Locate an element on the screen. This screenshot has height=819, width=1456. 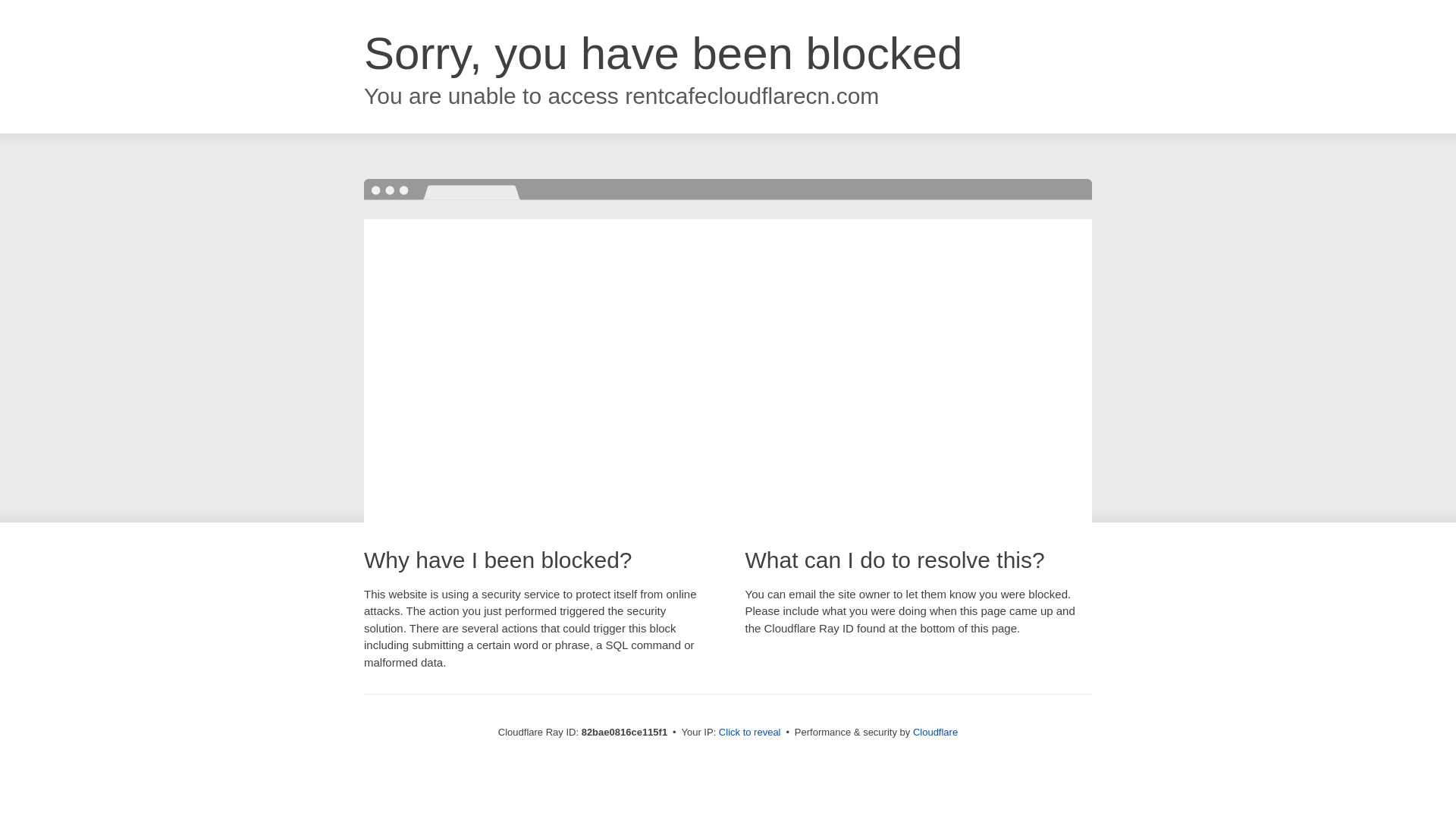
'Cloudflare' is located at coordinates (934, 731).